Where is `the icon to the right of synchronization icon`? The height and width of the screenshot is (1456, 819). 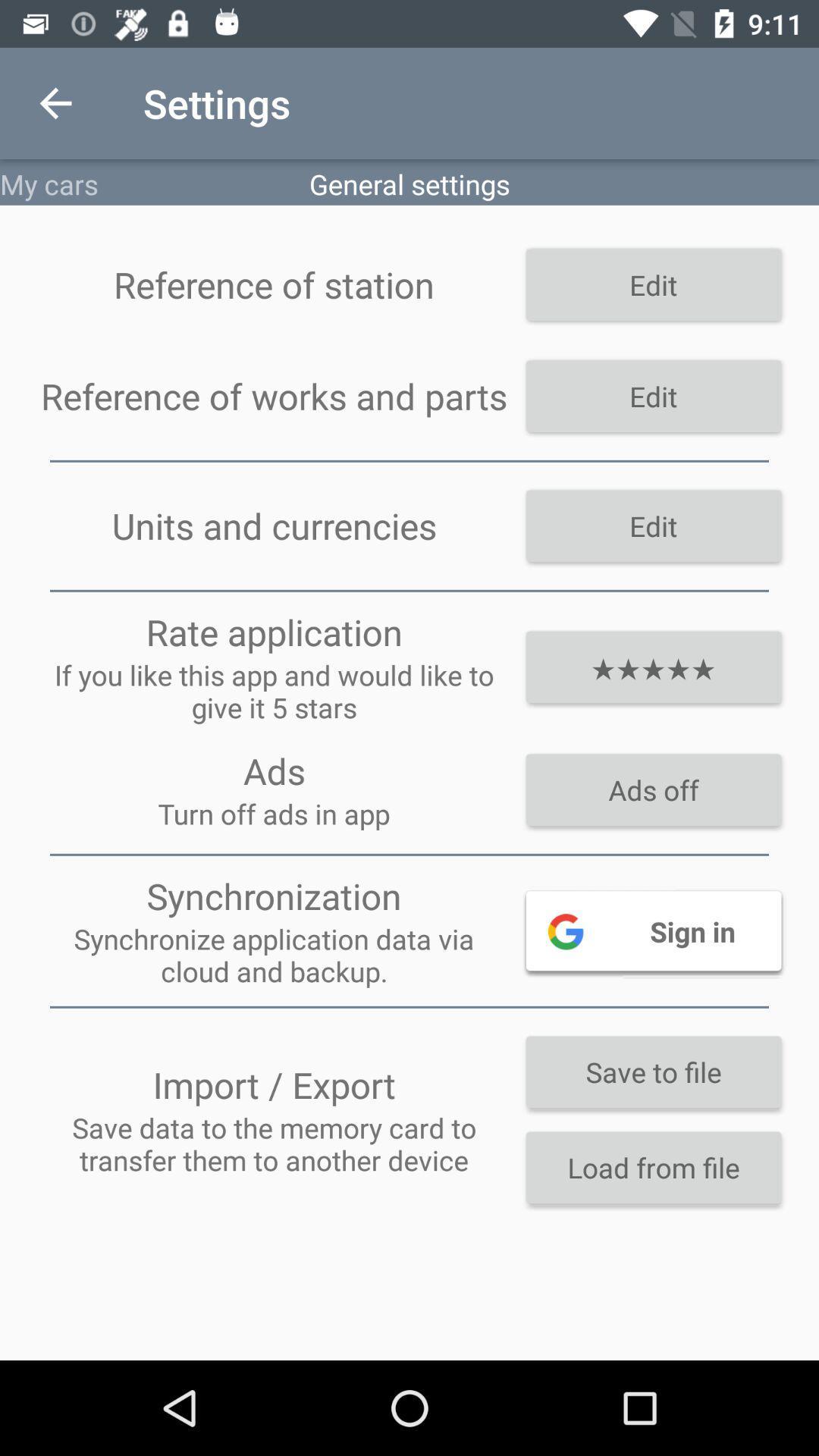 the icon to the right of synchronization icon is located at coordinates (652, 930).